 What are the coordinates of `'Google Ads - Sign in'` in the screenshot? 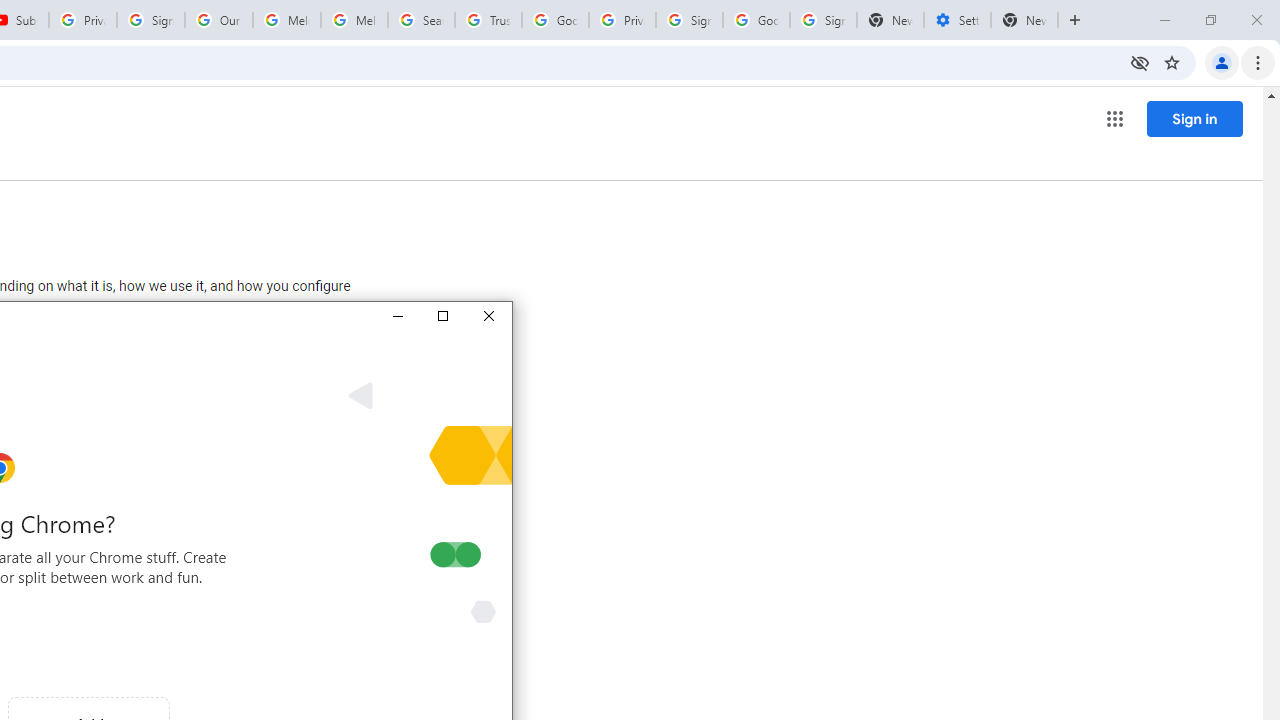 It's located at (555, 20).